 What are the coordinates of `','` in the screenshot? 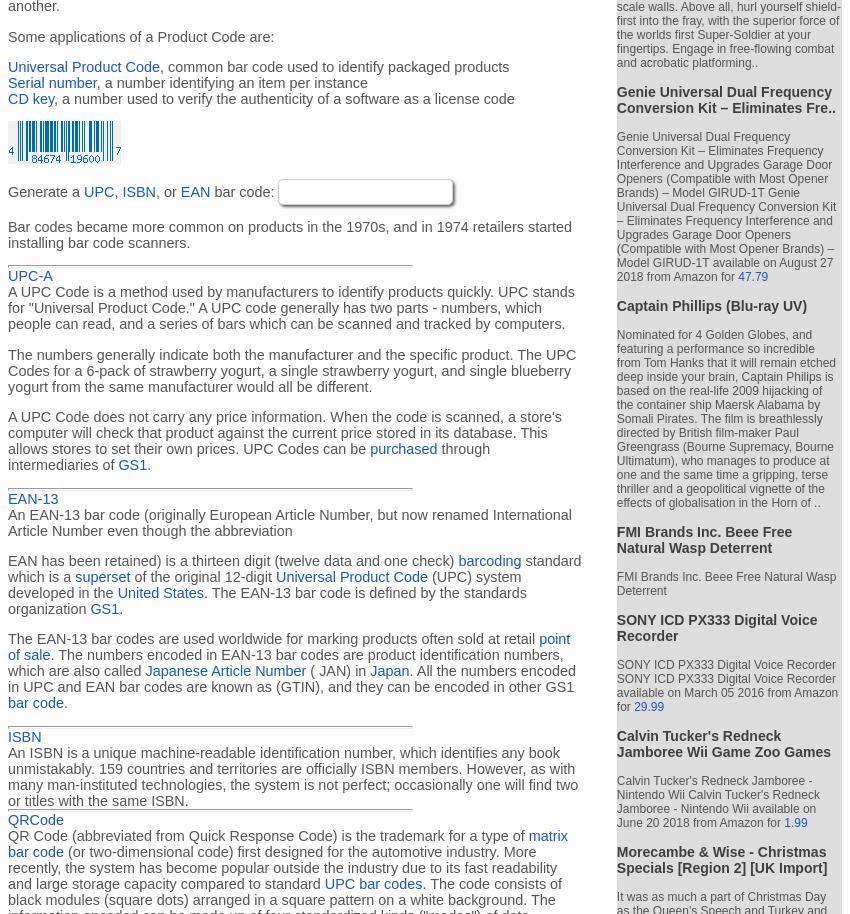 It's located at (116, 191).